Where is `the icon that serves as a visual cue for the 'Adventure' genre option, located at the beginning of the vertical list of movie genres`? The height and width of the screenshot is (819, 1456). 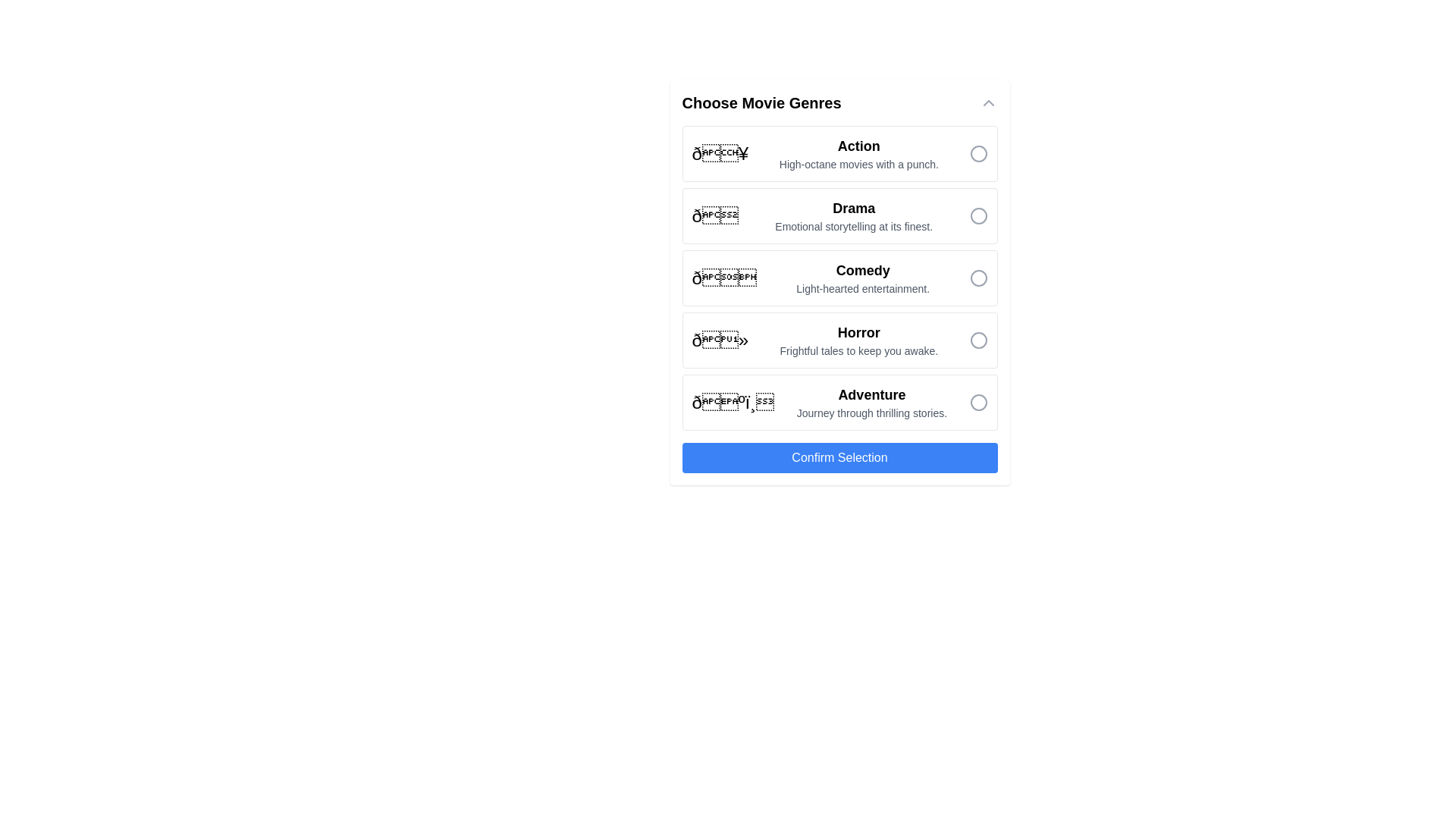 the icon that serves as a visual cue for the 'Adventure' genre option, located at the beginning of the vertical list of movie genres is located at coordinates (733, 402).